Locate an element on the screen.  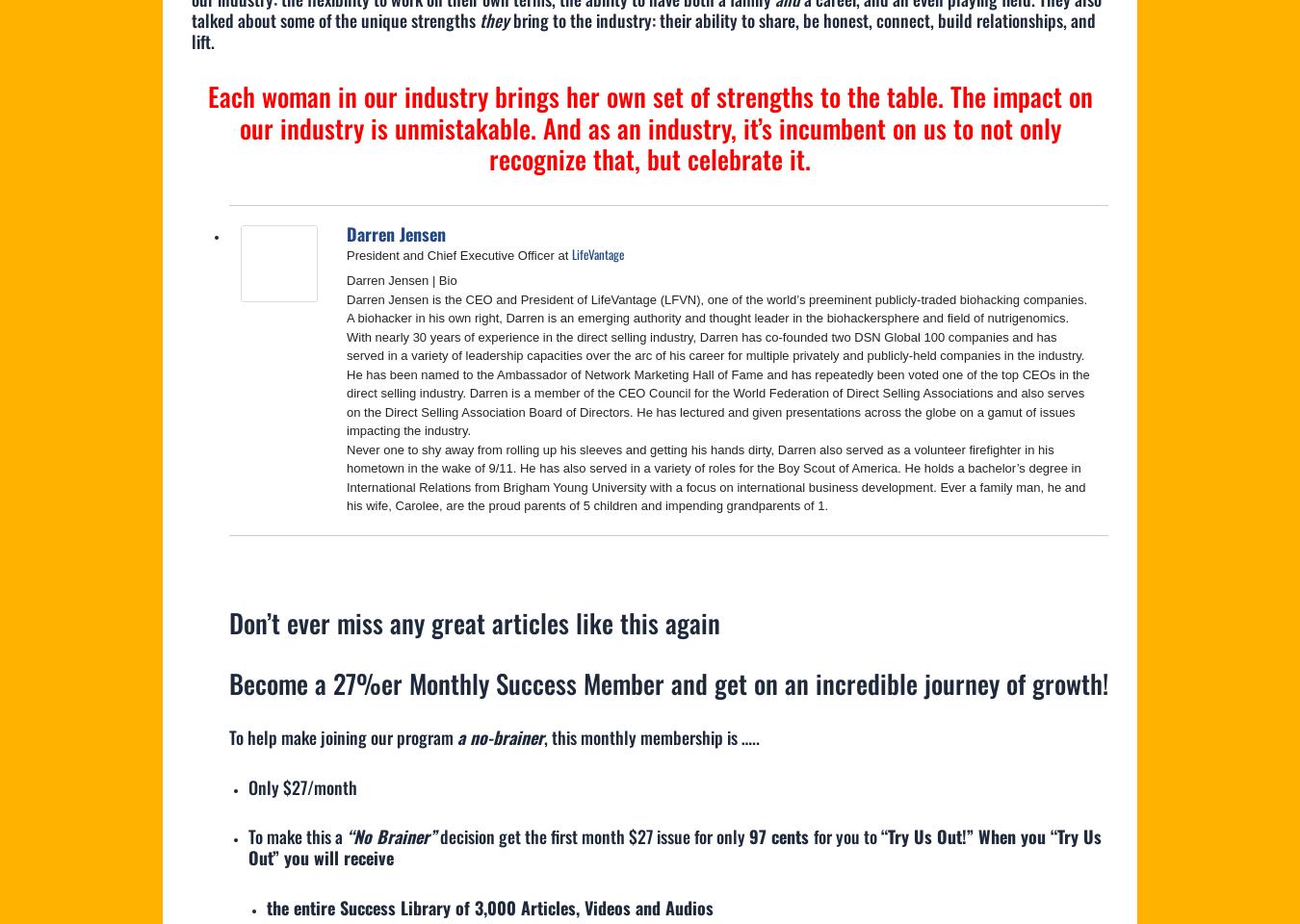
'“No Brainer”' is located at coordinates (390, 834).